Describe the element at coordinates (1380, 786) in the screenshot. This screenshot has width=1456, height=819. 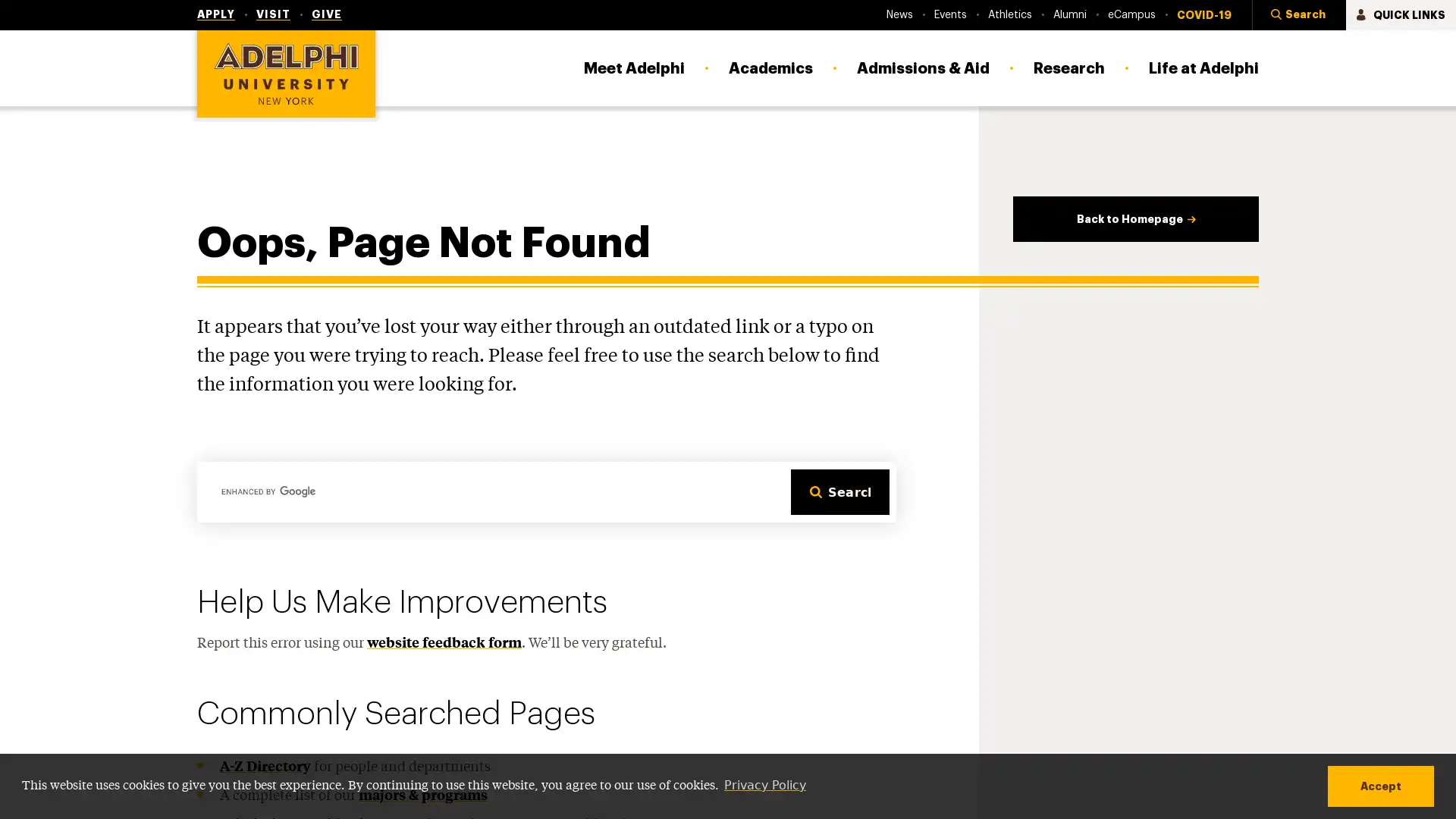
I see `dismiss cookie message` at that location.